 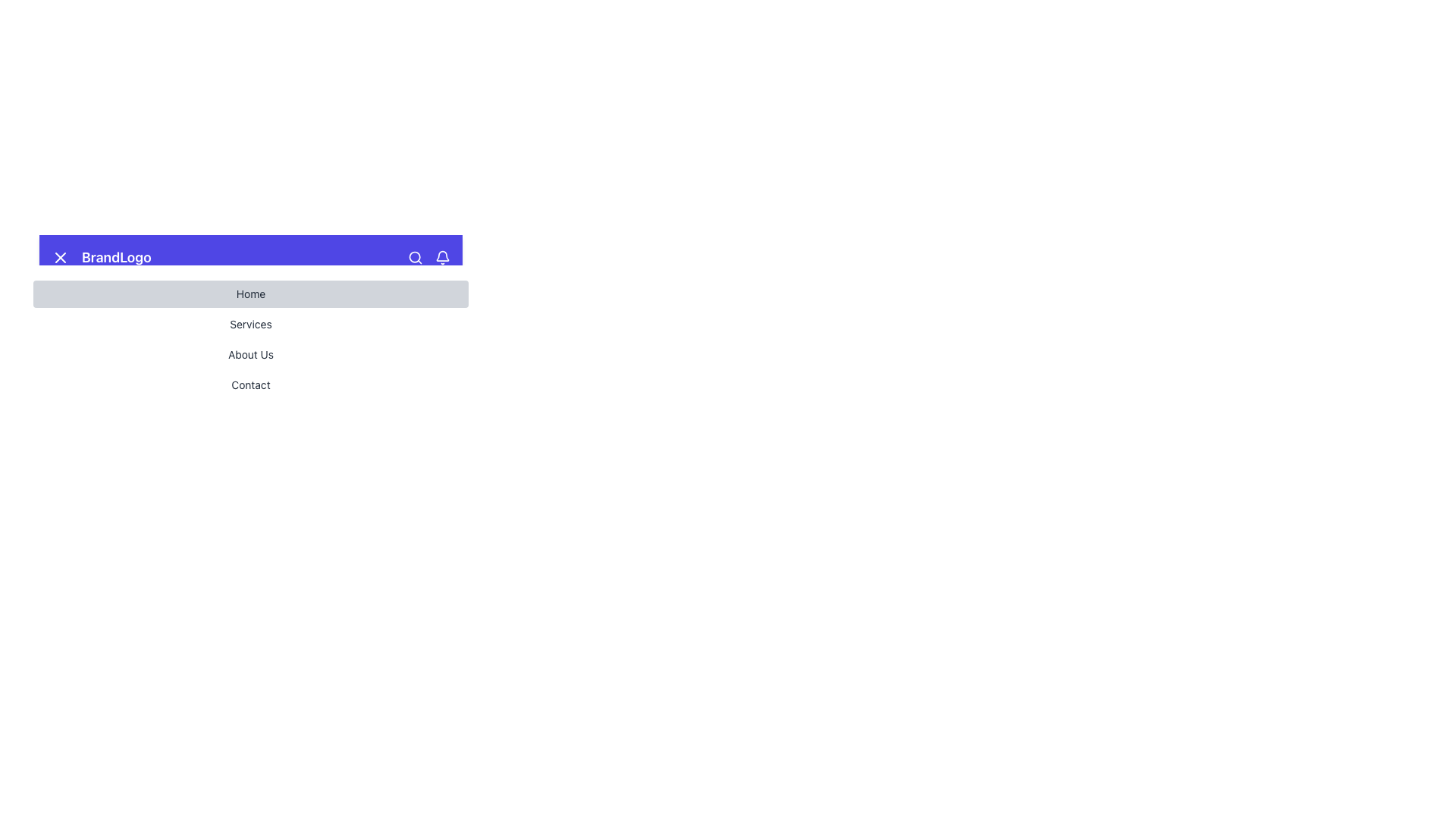 What do you see at coordinates (251, 384) in the screenshot?
I see `the 'Contact' button in the vertical menu` at bounding box center [251, 384].